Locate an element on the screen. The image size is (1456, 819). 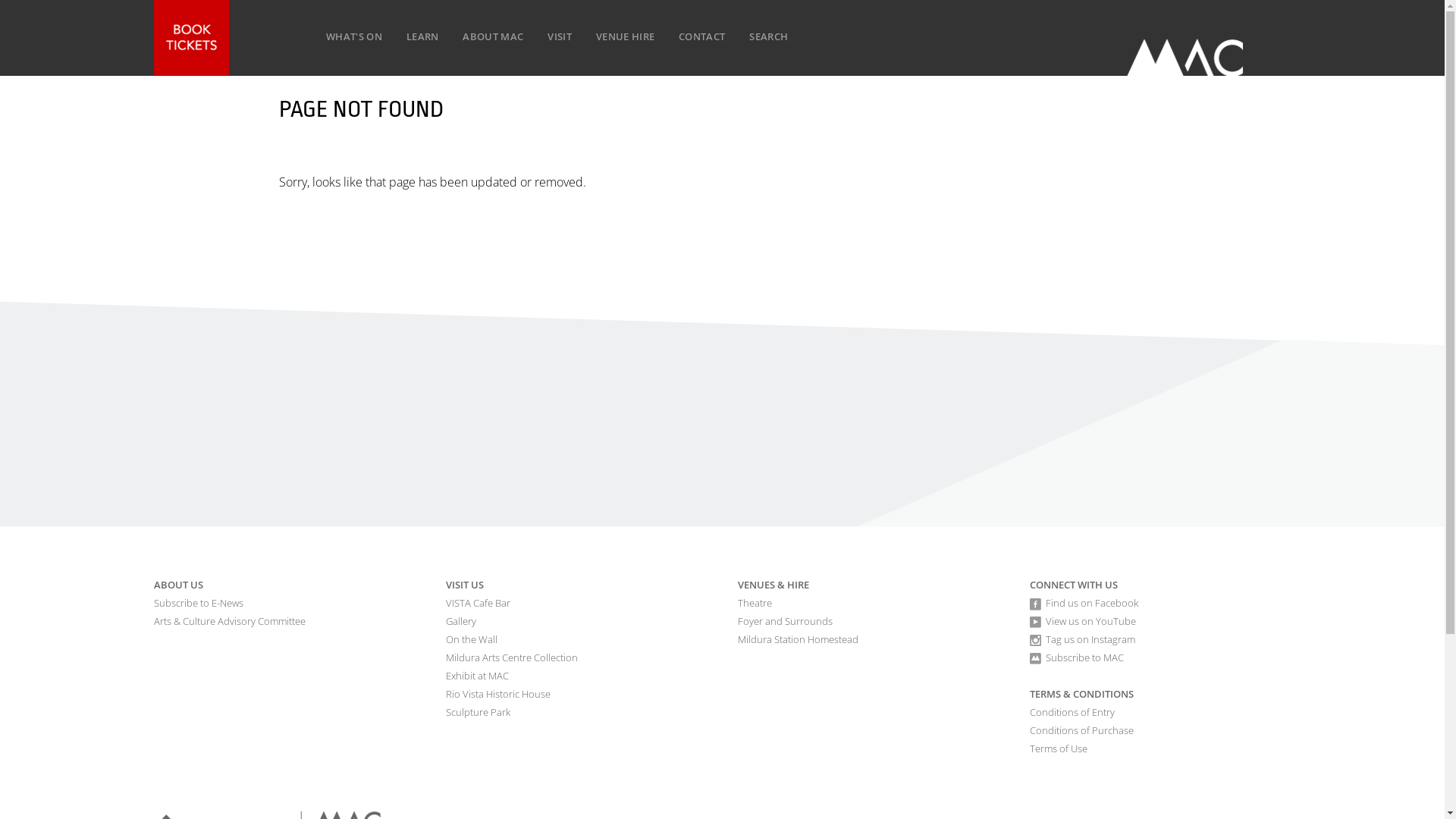
'ABOUT MAC' is located at coordinates (453, 36).